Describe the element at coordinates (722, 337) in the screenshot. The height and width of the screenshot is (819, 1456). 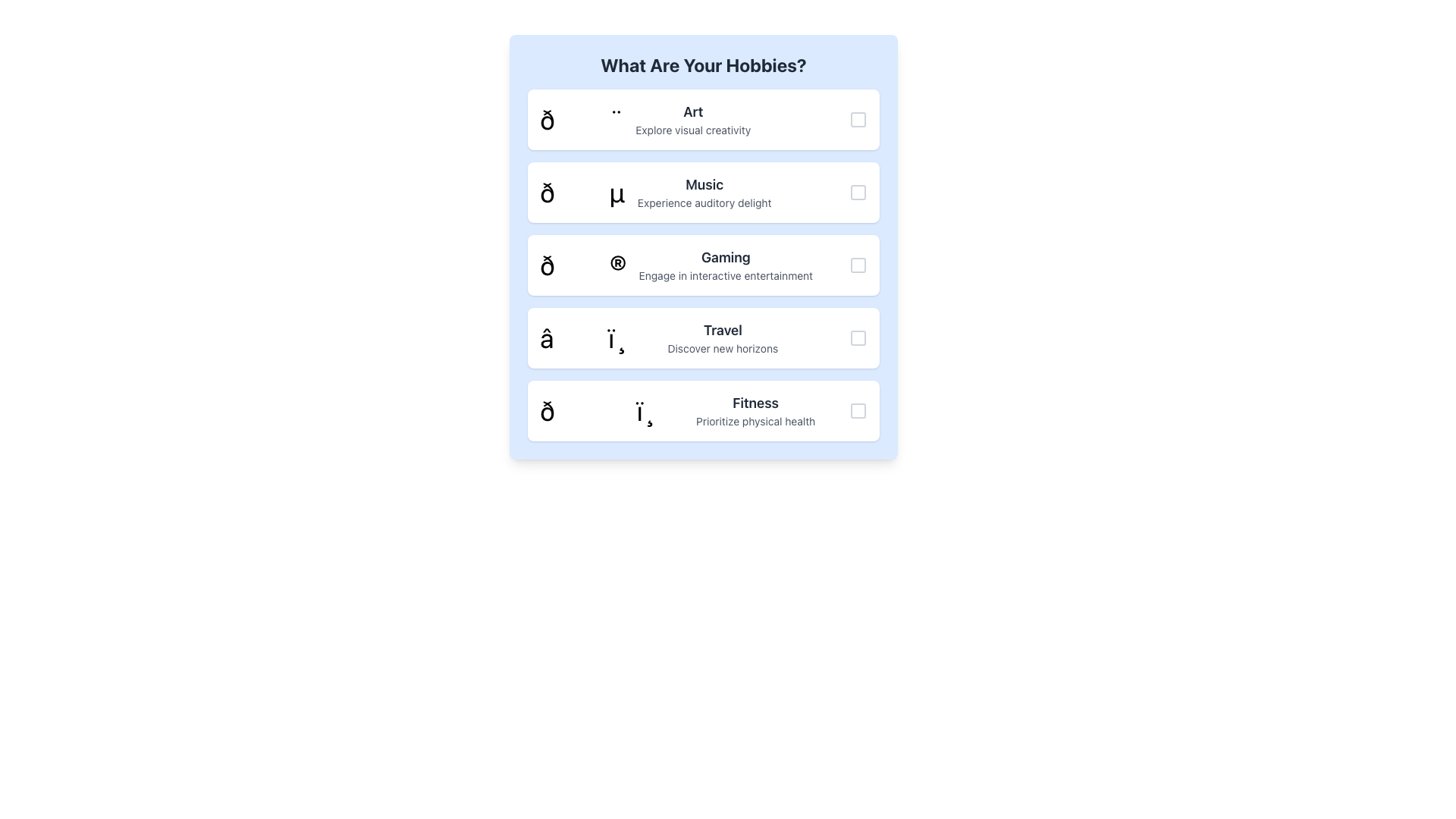
I see `the text block titled 'Travel' with the subtitle 'Discover new horizons' located in the fourth card under 'What Are Your Hobbies?'` at that location.